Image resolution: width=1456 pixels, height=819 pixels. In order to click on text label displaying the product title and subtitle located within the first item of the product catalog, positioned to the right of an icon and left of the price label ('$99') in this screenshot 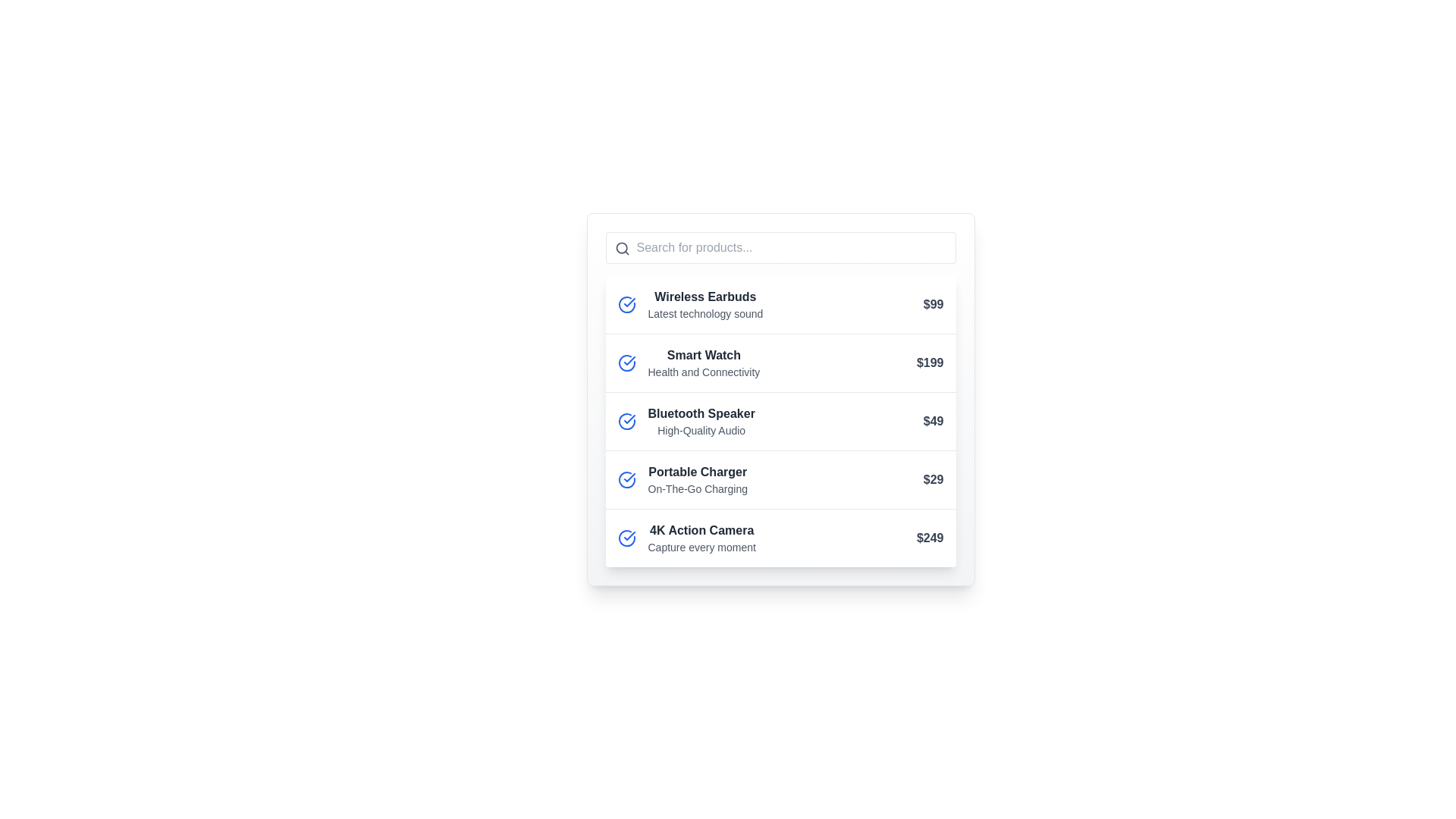, I will do `click(704, 304)`.